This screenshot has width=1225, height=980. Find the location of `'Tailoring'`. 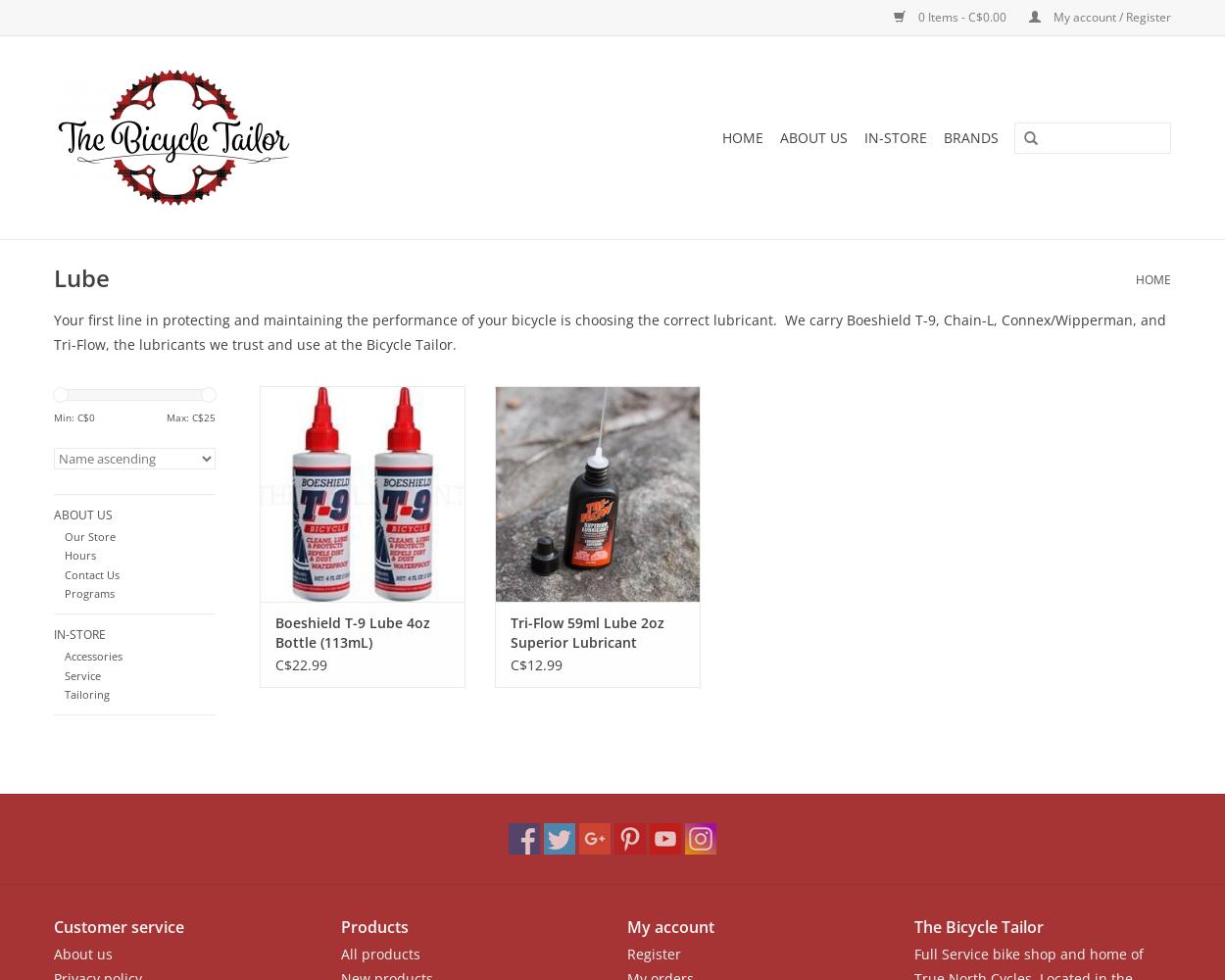

'Tailoring' is located at coordinates (85, 692).